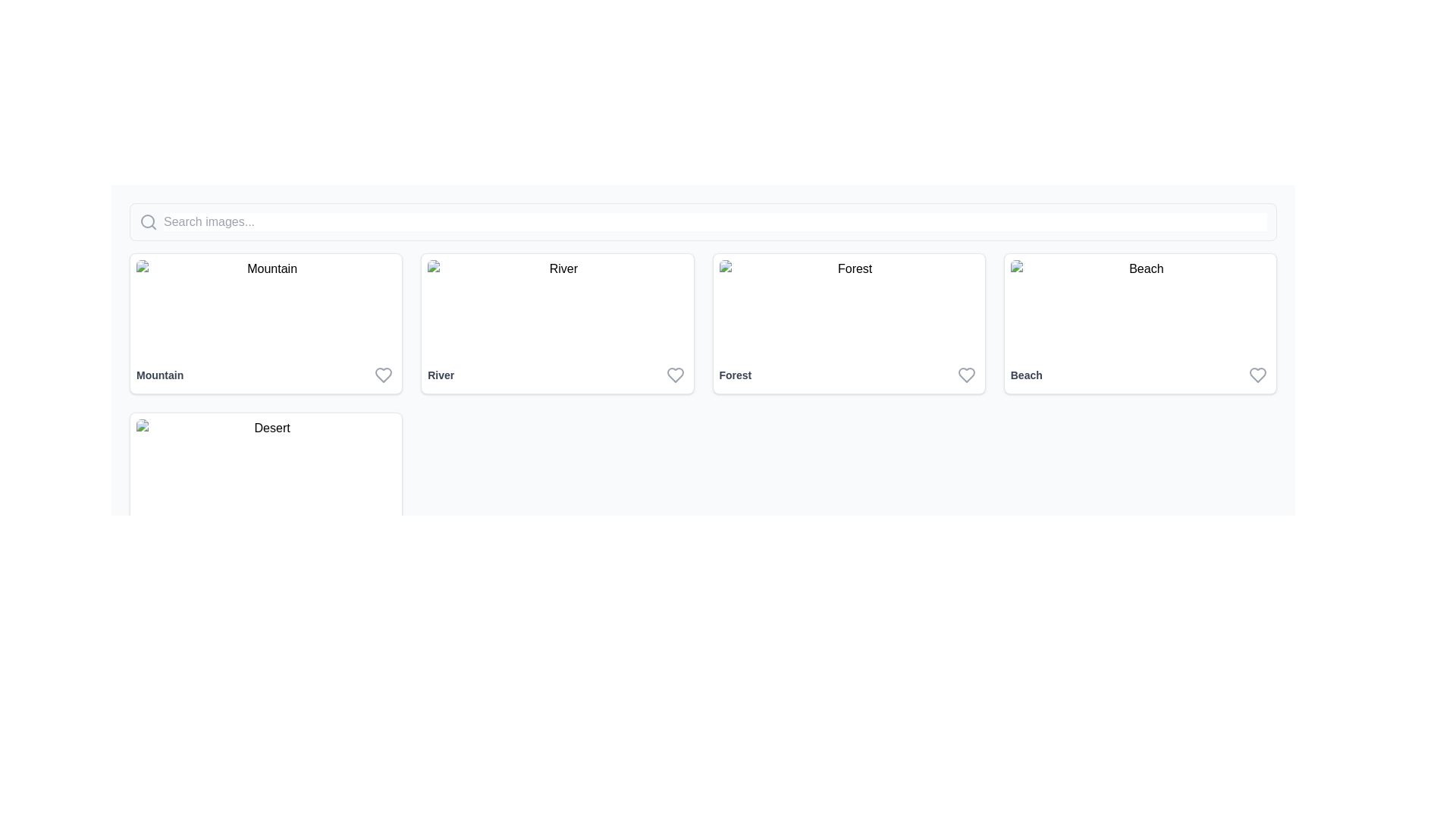  What do you see at coordinates (384, 375) in the screenshot?
I see `the heart icon in the bottom-right corner of the 'Mountain' card to mark it as a favorite` at bounding box center [384, 375].